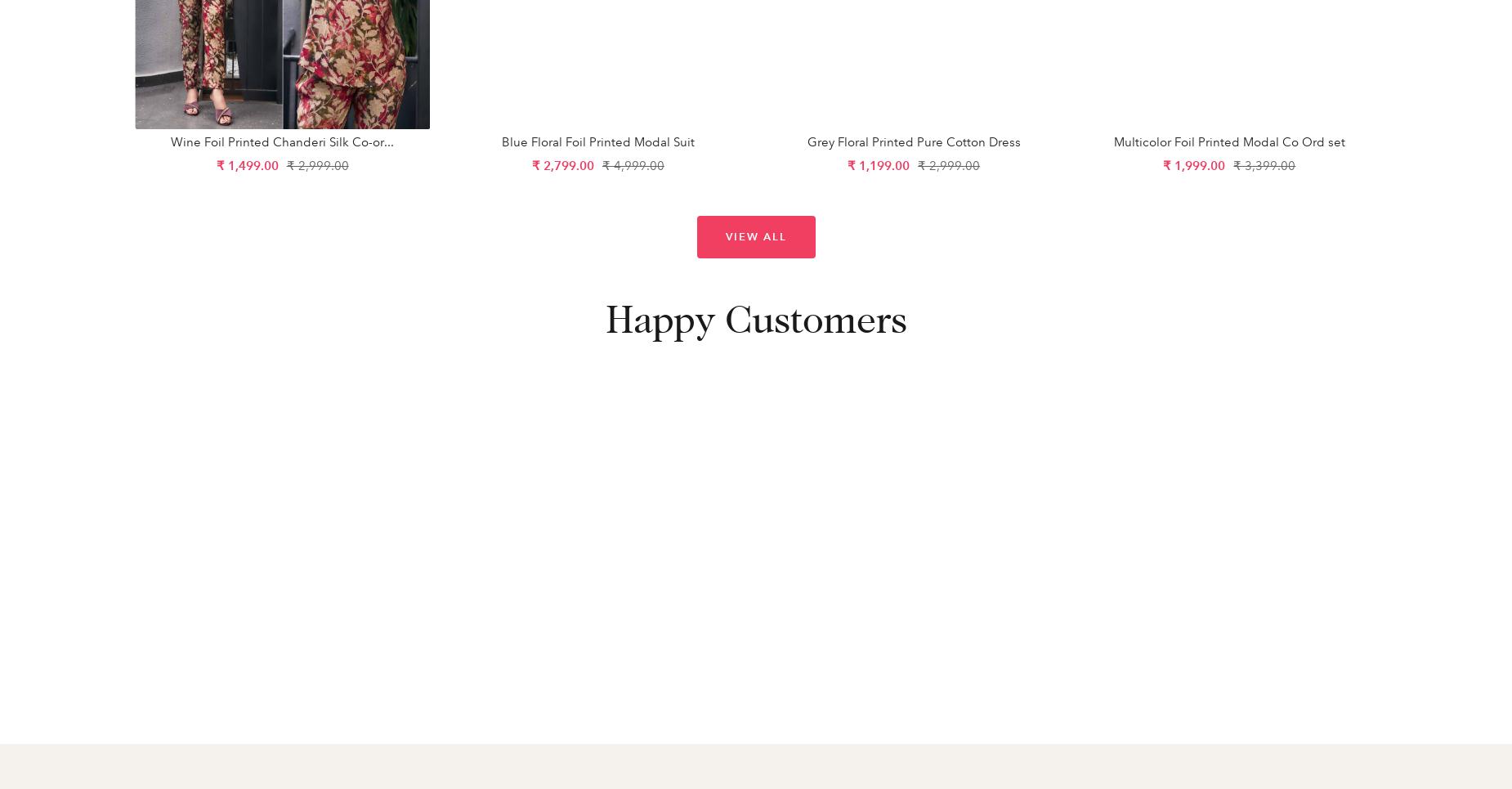 The width and height of the screenshot is (1512, 789). Describe the element at coordinates (281, 141) in the screenshot. I see `'Wine Foil Printed Chanderi Silk Co-or...'` at that location.